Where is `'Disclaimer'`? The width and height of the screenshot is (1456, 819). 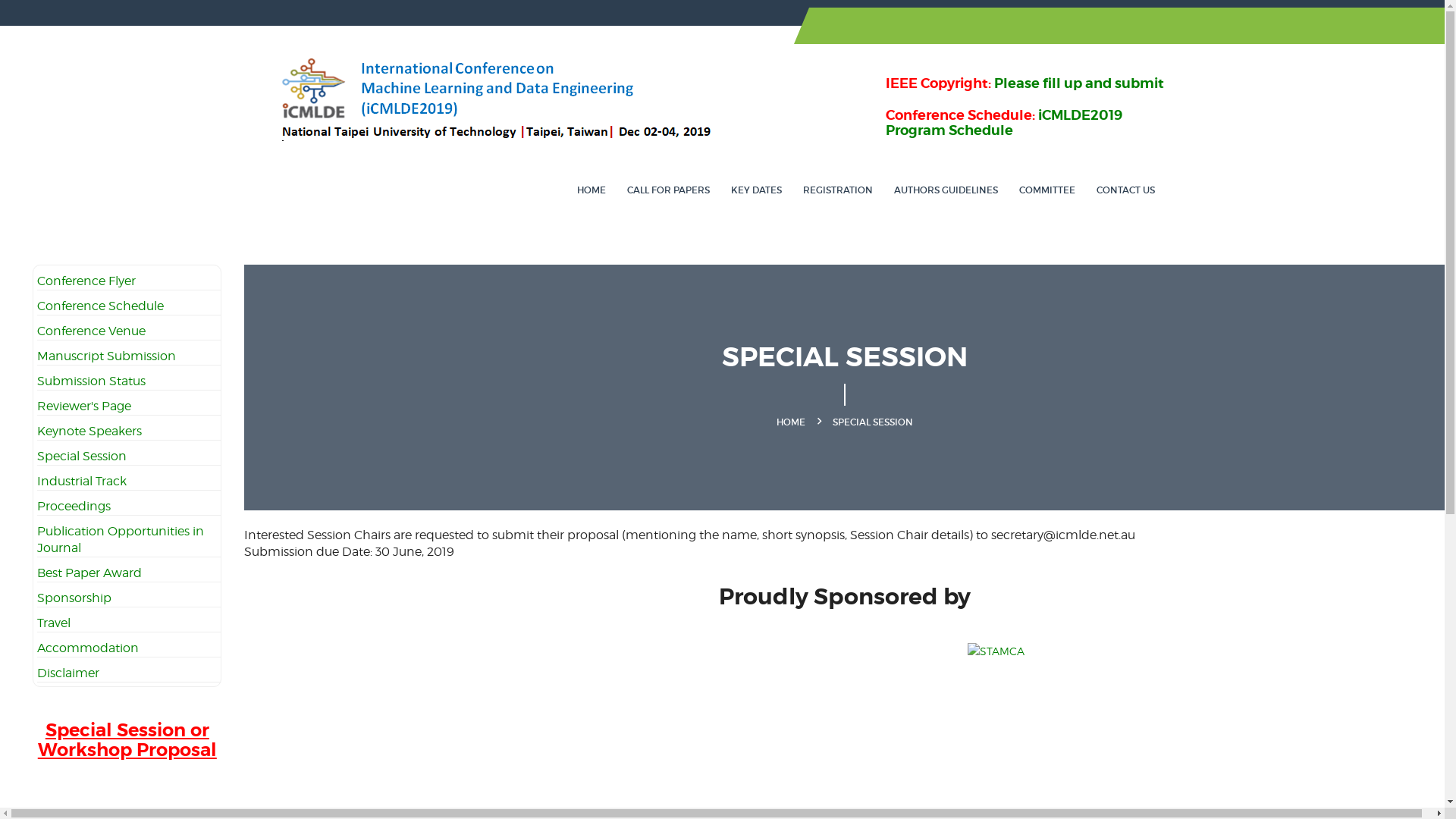
'Disclaimer' is located at coordinates (67, 672).